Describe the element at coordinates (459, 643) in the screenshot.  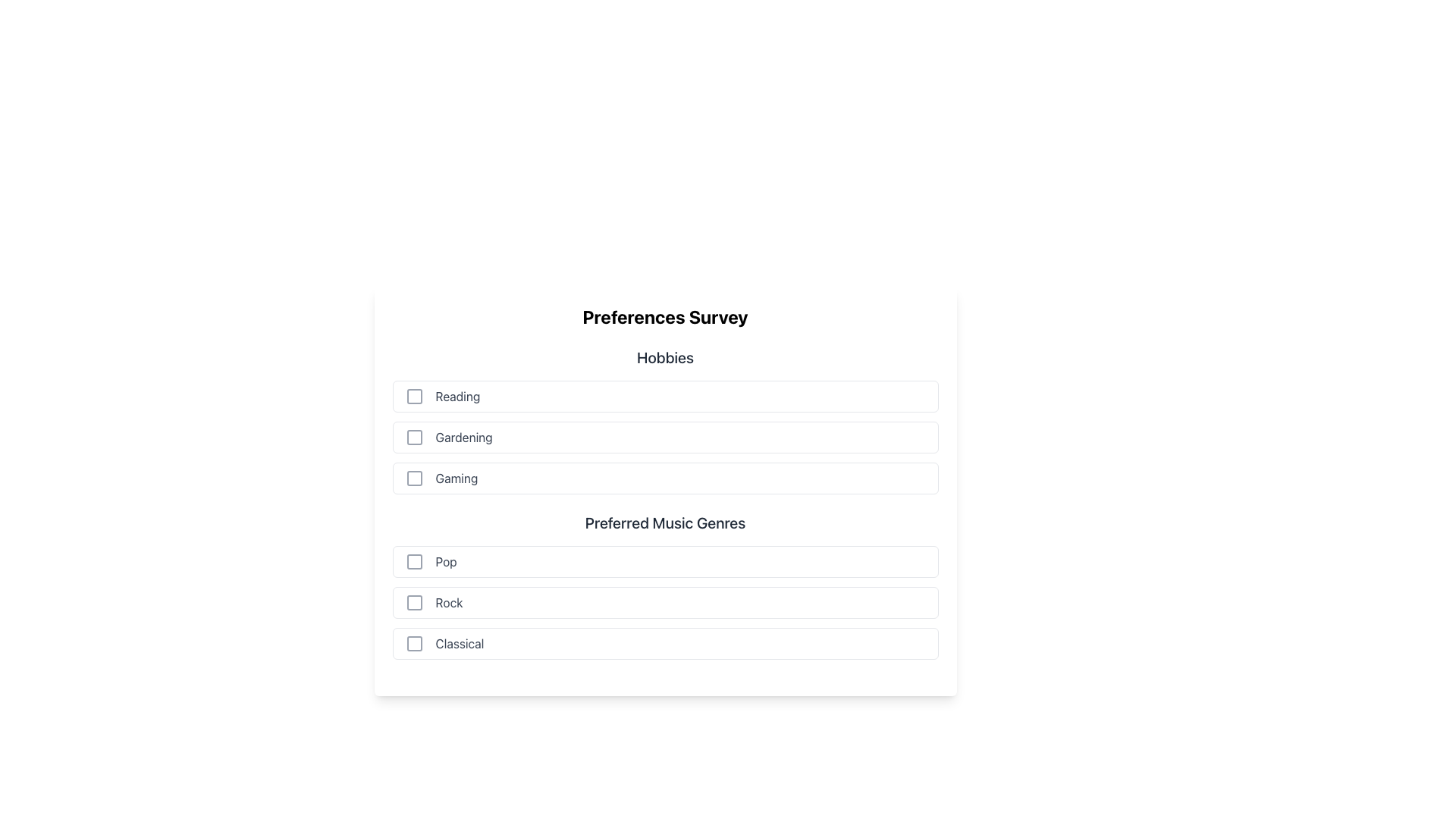
I see `the 'Classical' music genre text label, which is the third option in the 'Preferred Music Genres' section, positioned to the right of its corresponding checkbox` at that location.